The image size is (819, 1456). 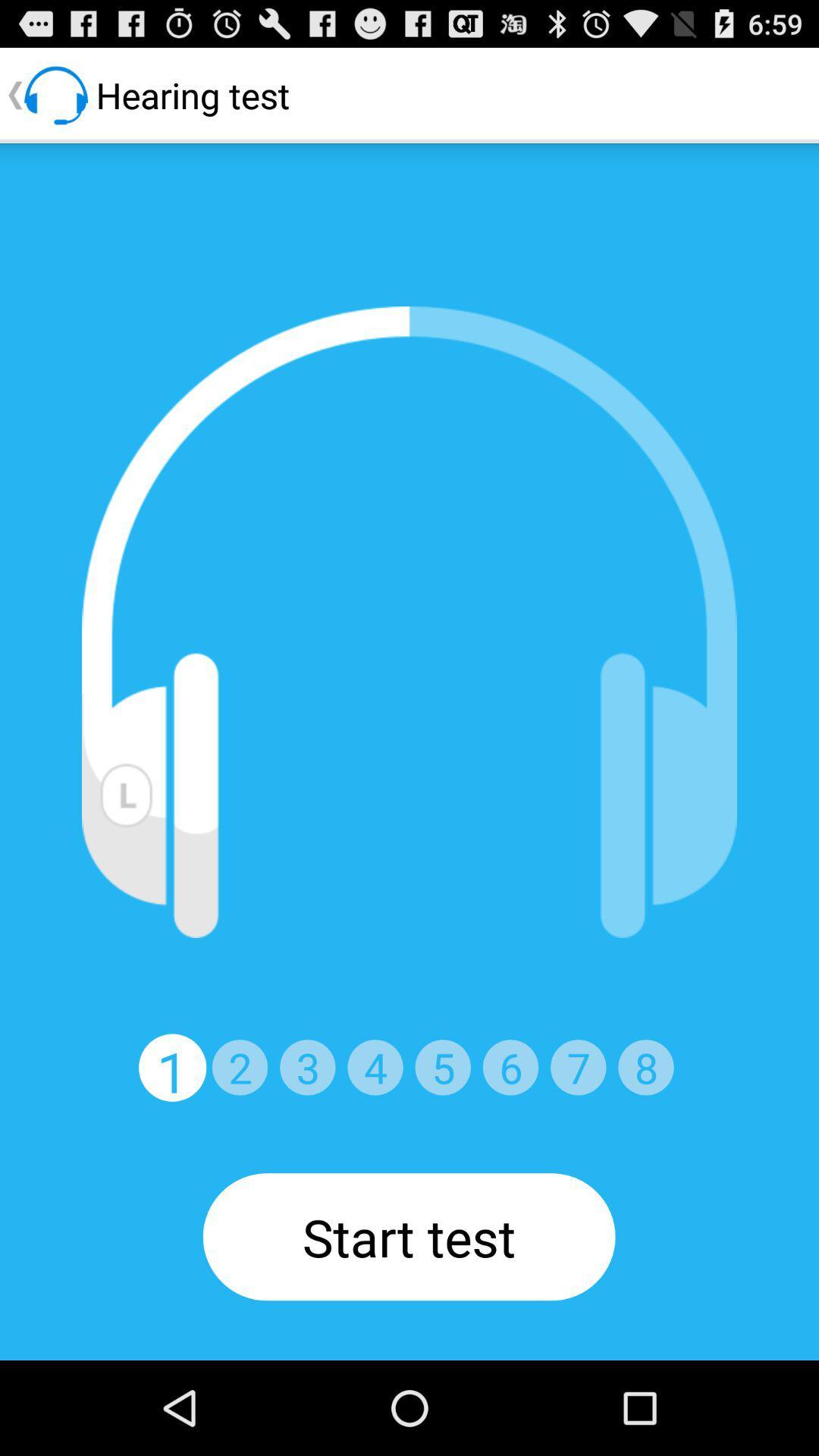 I want to click on the item below 1, so click(x=408, y=1237).